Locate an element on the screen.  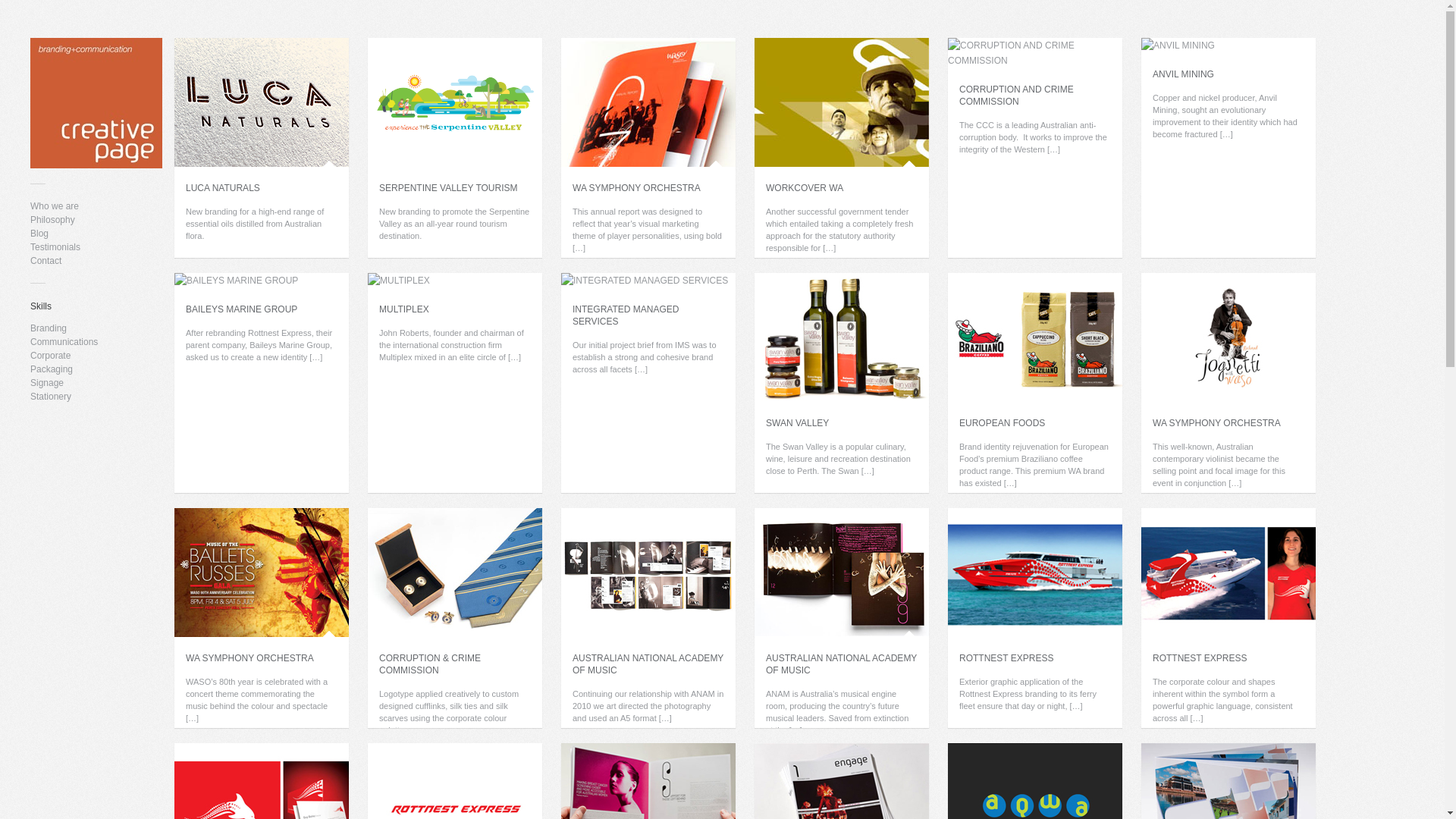
'Packaging' is located at coordinates (30, 369).